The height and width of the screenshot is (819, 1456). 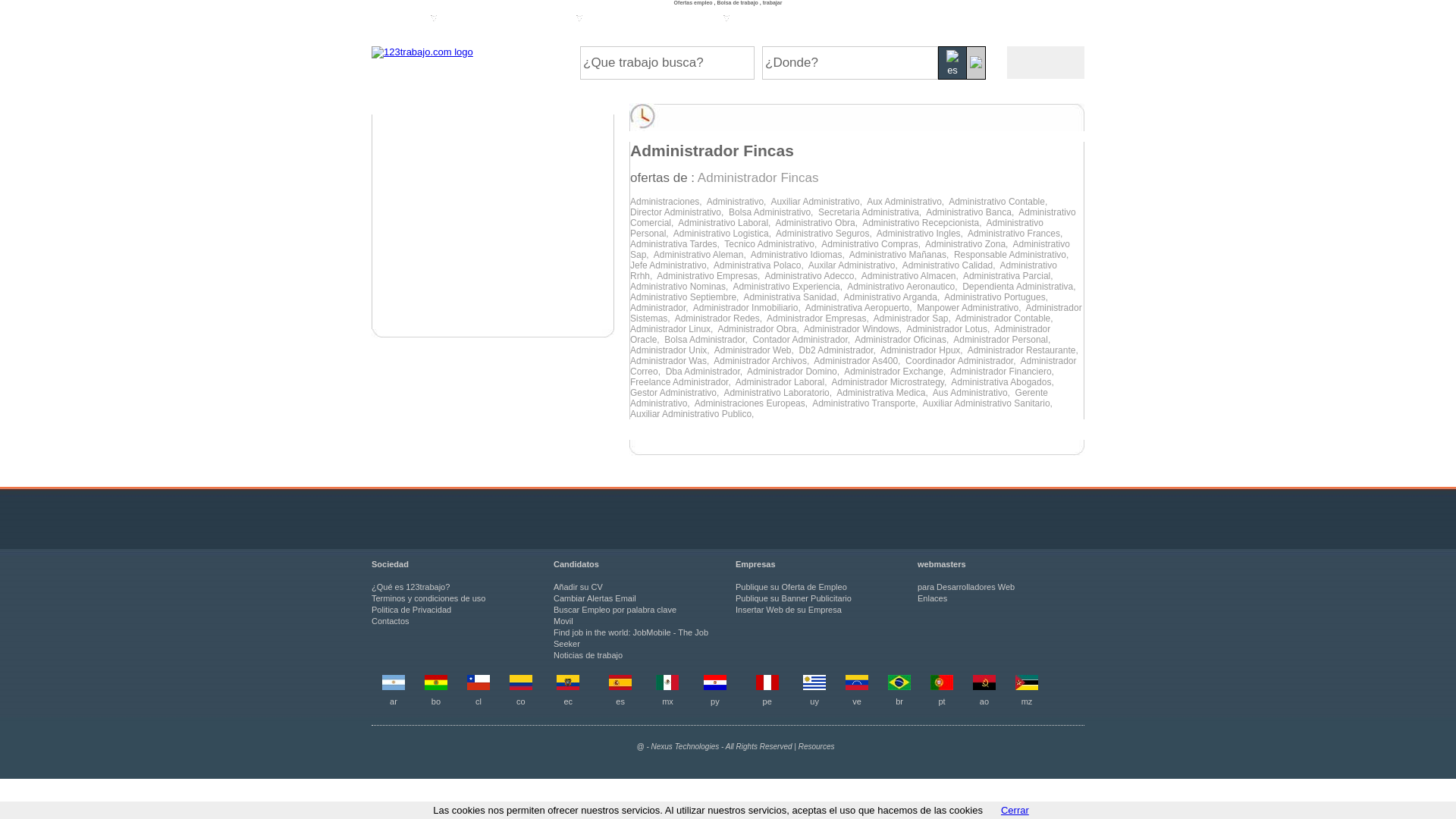 What do you see at coordinates (896, 371) in the screenshot?
I see `'Administrador Exchange, '` at bounding box center [896, 371].